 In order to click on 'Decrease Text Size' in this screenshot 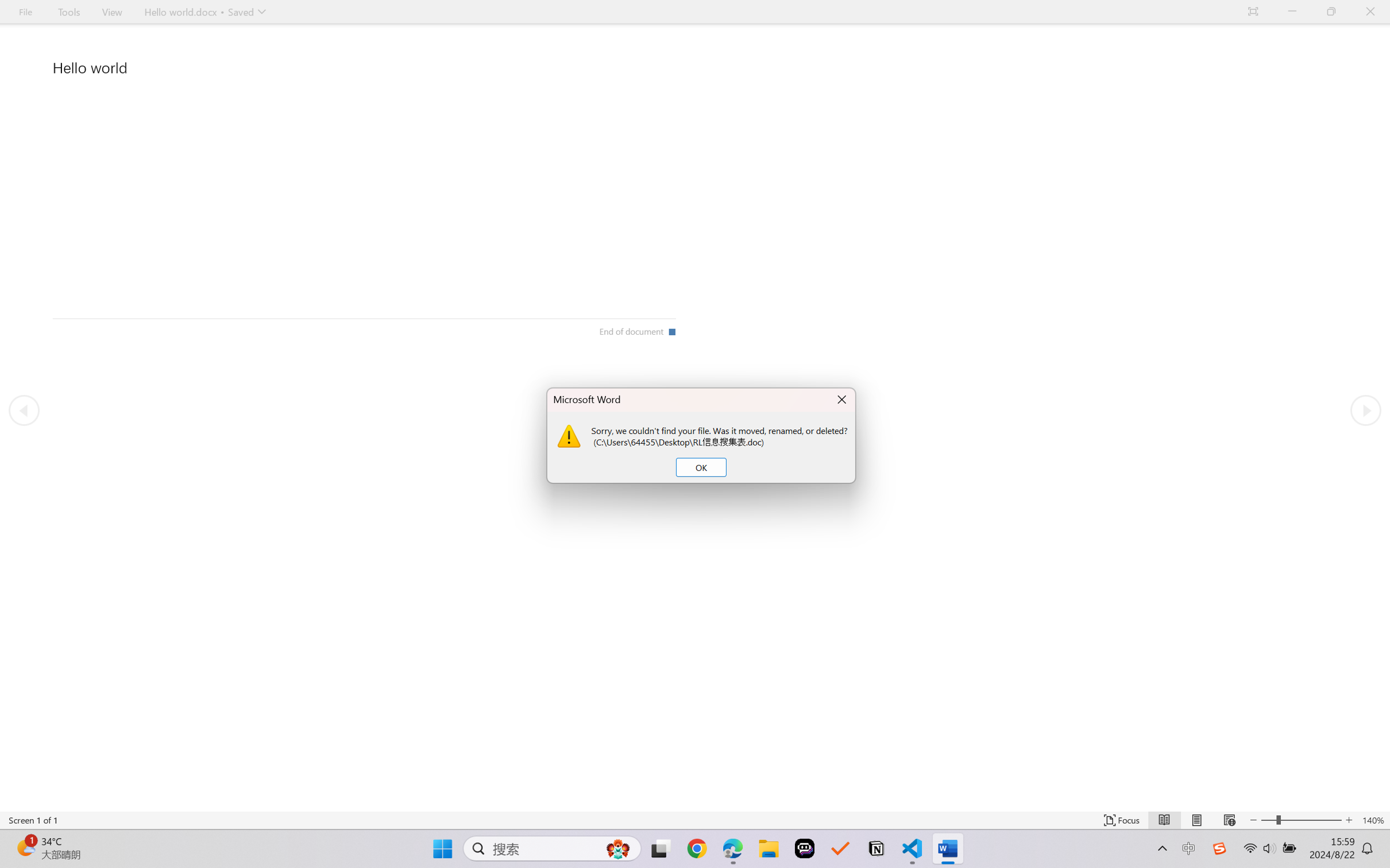, I will do `click(1253, 820)`.